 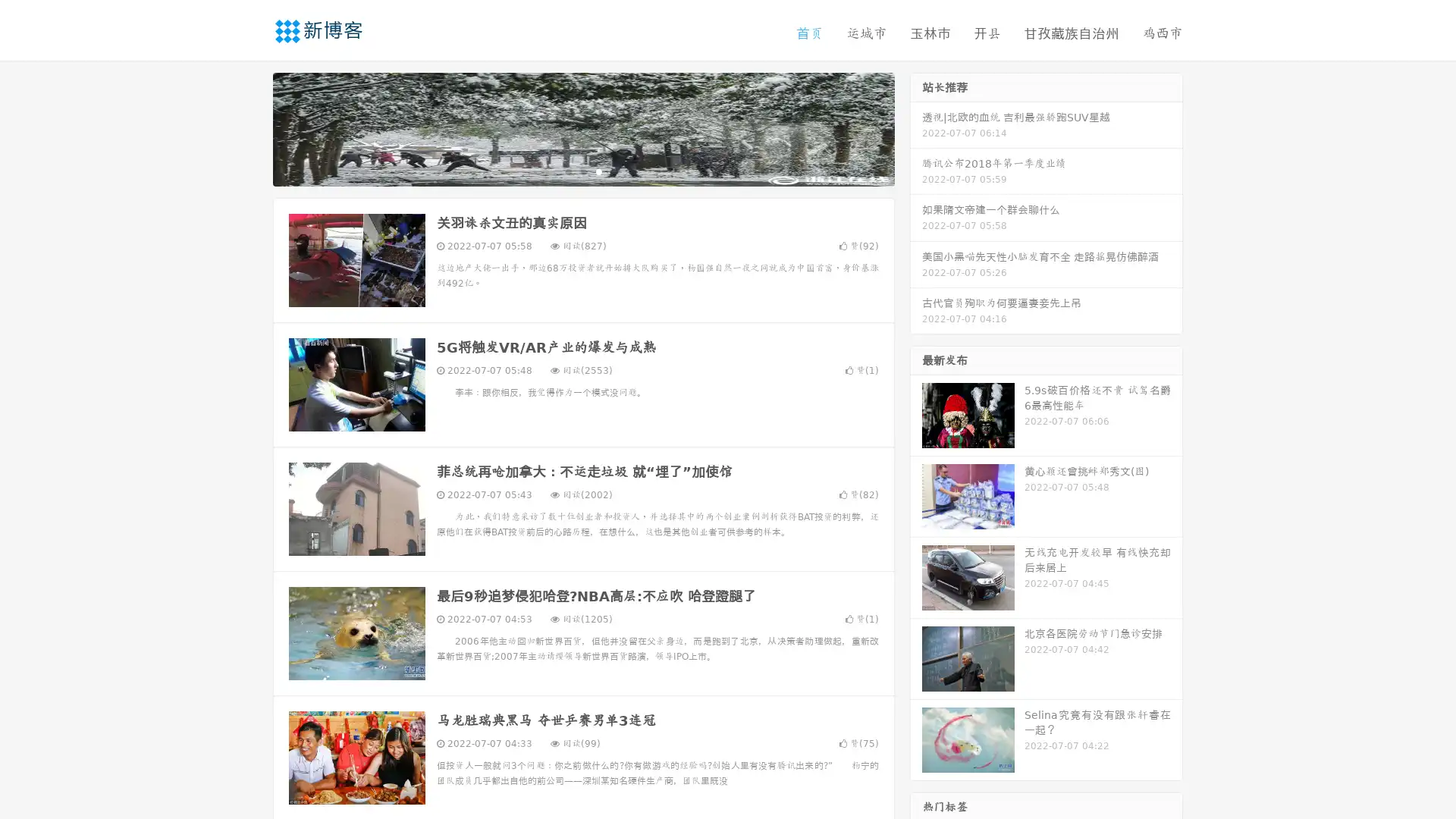 What do you see at coordinates (598, 171) in the screenshot?
I see `Go to slide 3` at bounding box center [598, 171].